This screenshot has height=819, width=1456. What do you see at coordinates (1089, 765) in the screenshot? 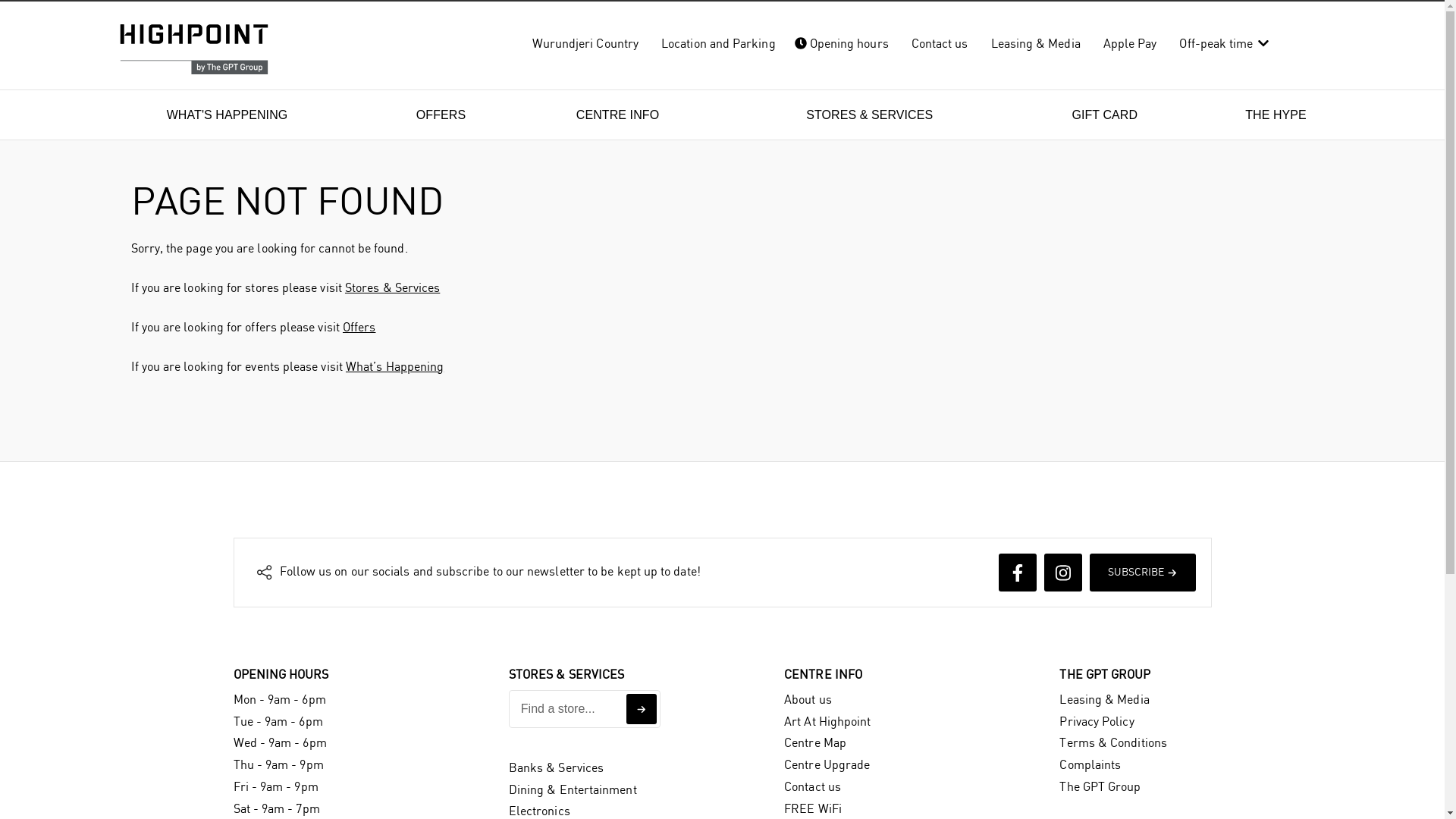
I see `'Complaints'` at bounding box center [1089, 765].